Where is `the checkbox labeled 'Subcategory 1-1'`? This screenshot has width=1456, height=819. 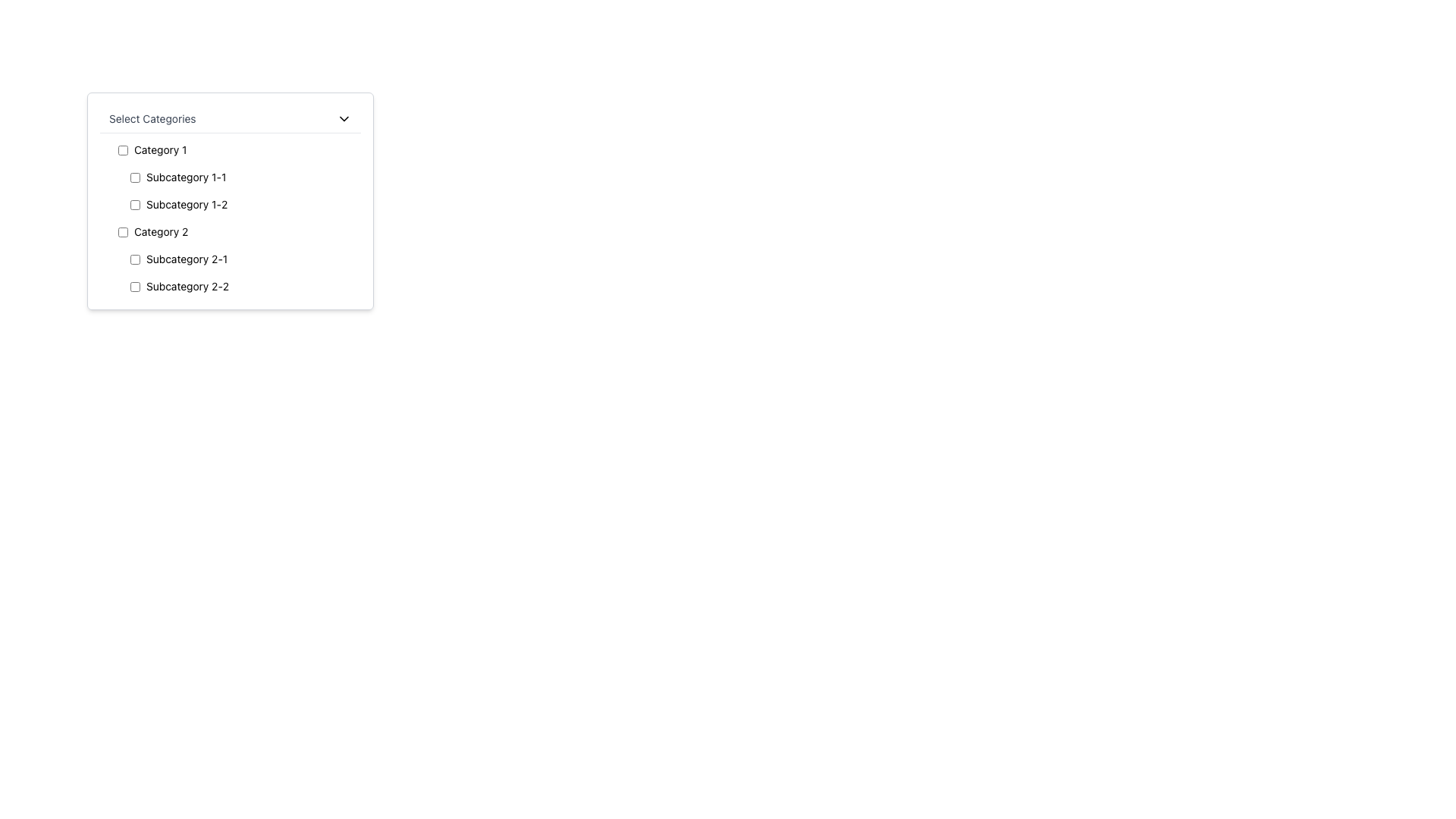 the checkbox labeled 'Subcategory 1-1' is located at coordinates (243, 177).